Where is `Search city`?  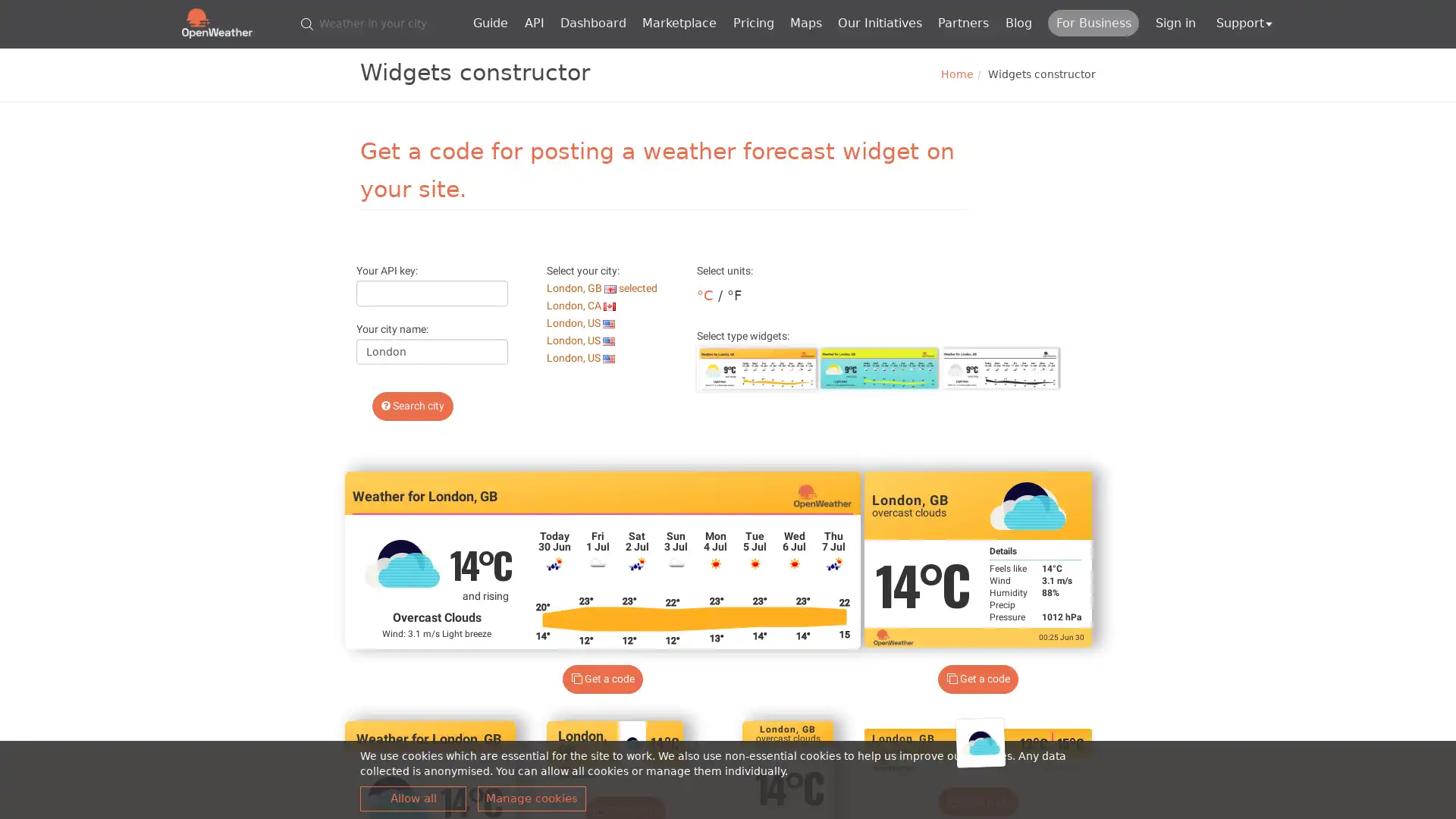 Search city is located at coordinates (412, 406).